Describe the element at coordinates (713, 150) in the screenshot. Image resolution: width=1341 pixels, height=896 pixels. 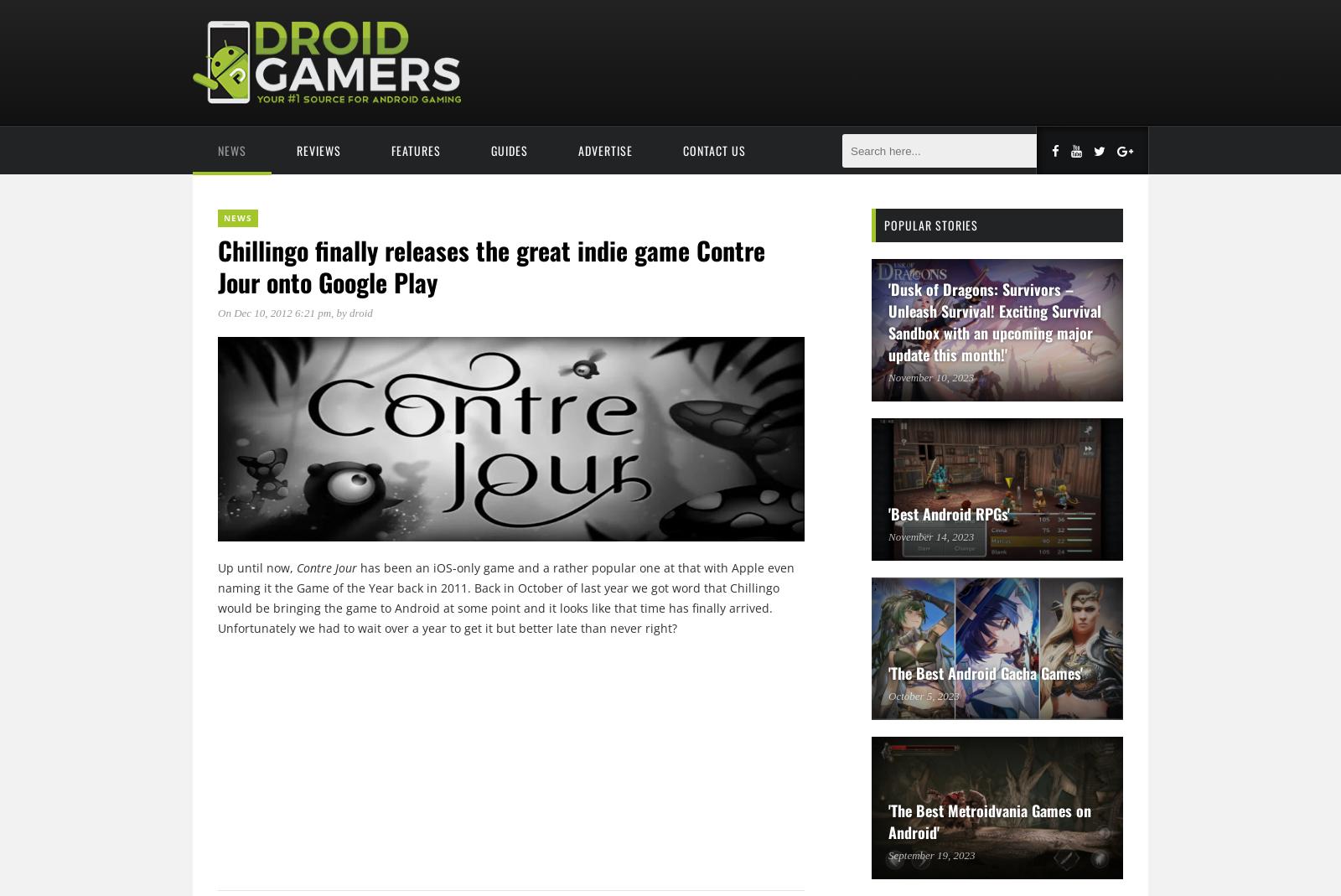
I see `'Contact Us'` at that location.